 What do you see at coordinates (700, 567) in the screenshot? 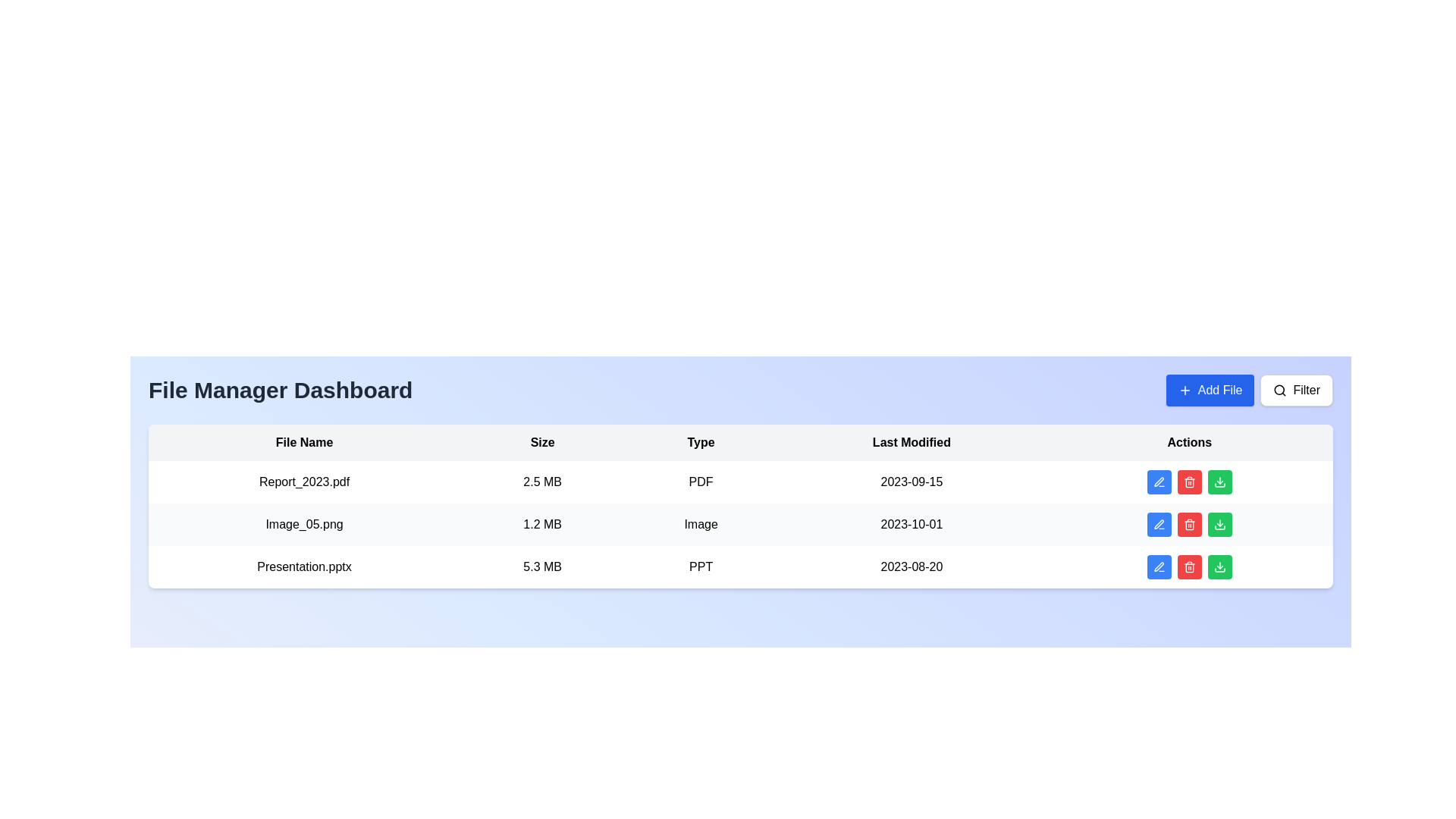
I see `the text content of the centered label reading 'PPT' in the 'Type' column of the table's third row` at bounding box center [700, 567].